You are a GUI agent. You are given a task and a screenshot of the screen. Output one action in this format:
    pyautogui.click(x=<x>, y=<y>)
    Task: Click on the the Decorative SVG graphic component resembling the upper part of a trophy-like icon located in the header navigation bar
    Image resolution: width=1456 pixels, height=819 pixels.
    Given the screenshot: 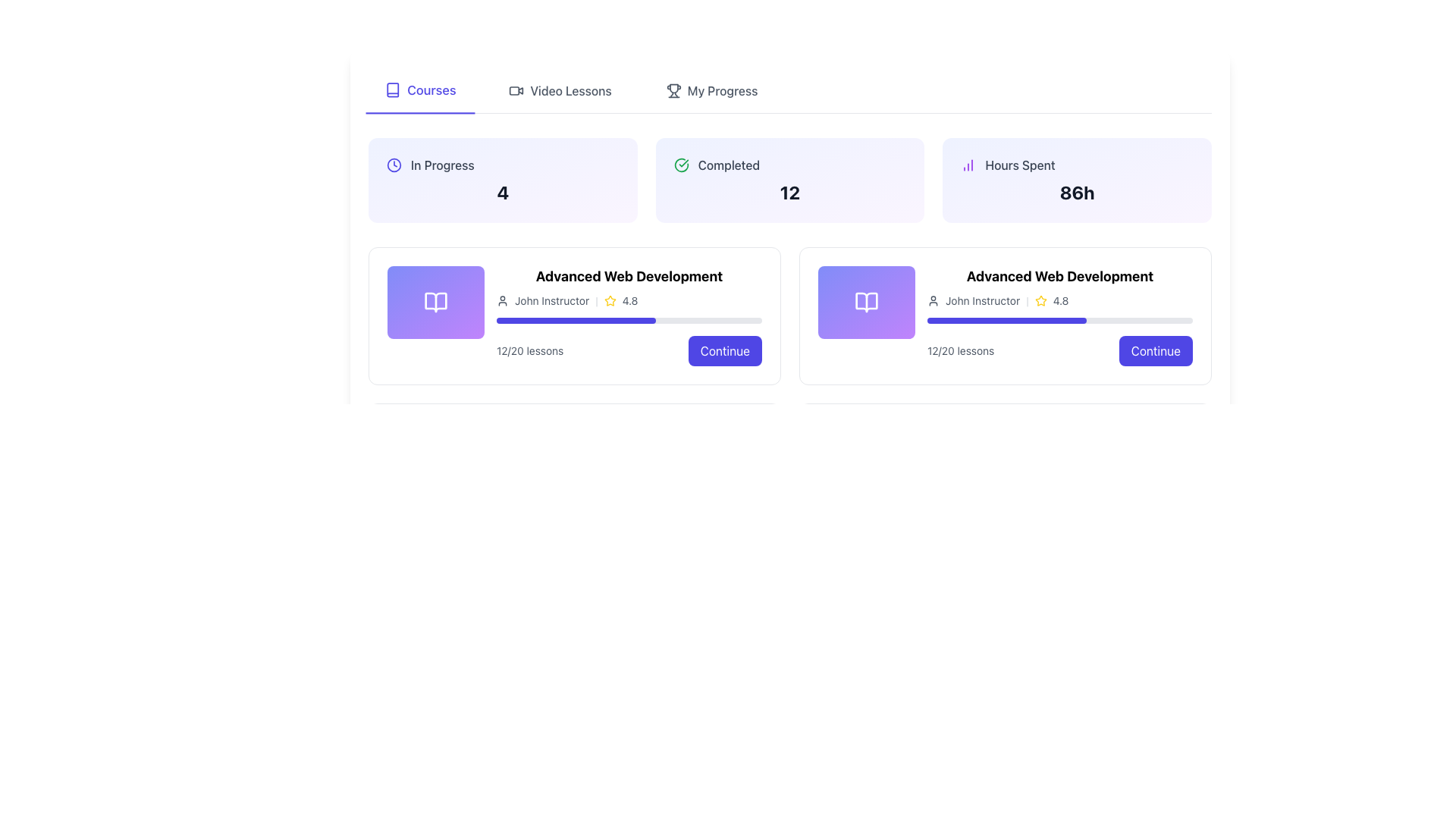 What is the action you would take?
    pyautogui.click(x=673, y=89)
    